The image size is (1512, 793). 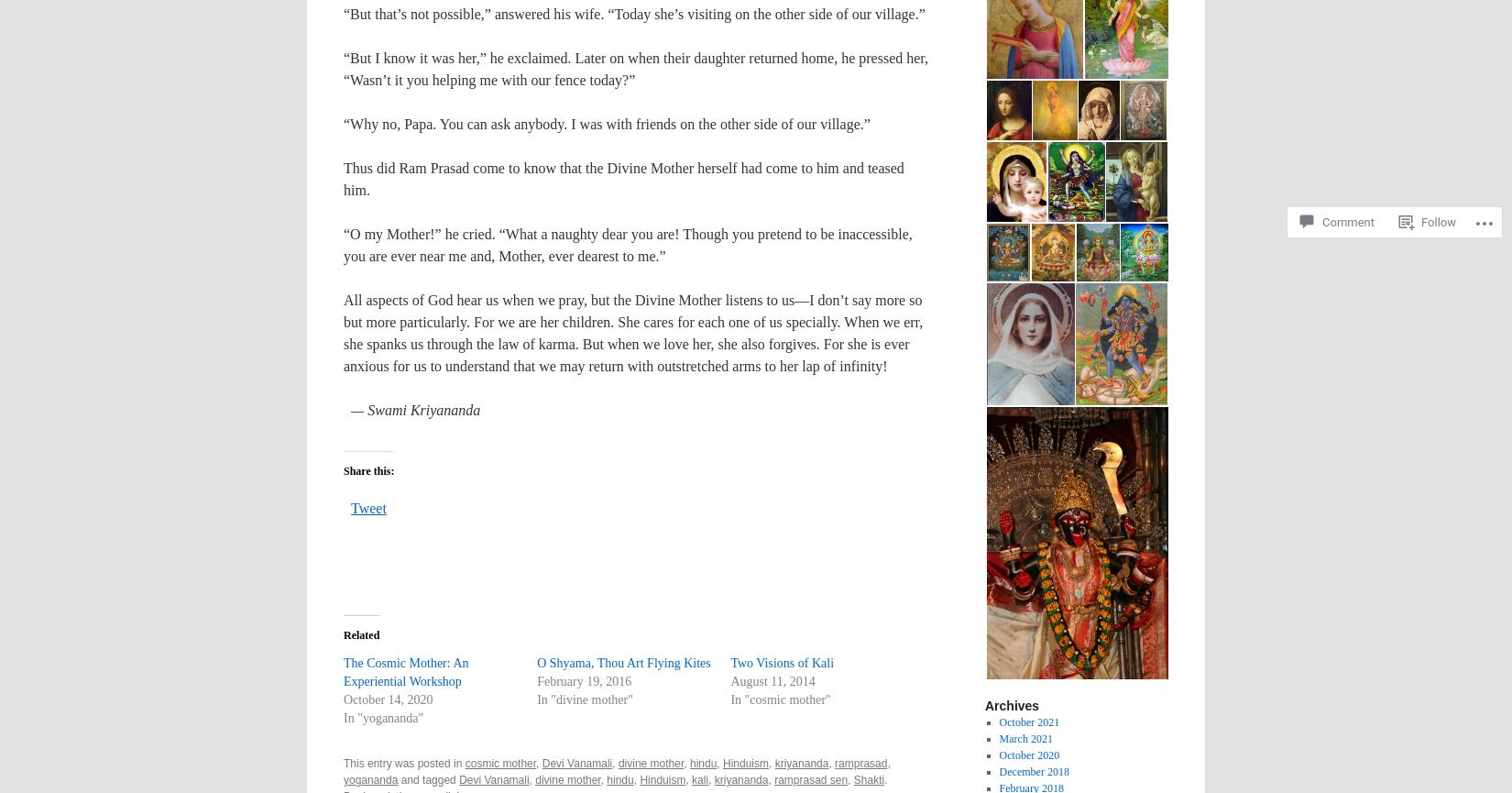 I want to click on '“But that’s not possible,” answered his wife. “Today she’s visiting on the other side of our village.”', so click(x=344, y=14).